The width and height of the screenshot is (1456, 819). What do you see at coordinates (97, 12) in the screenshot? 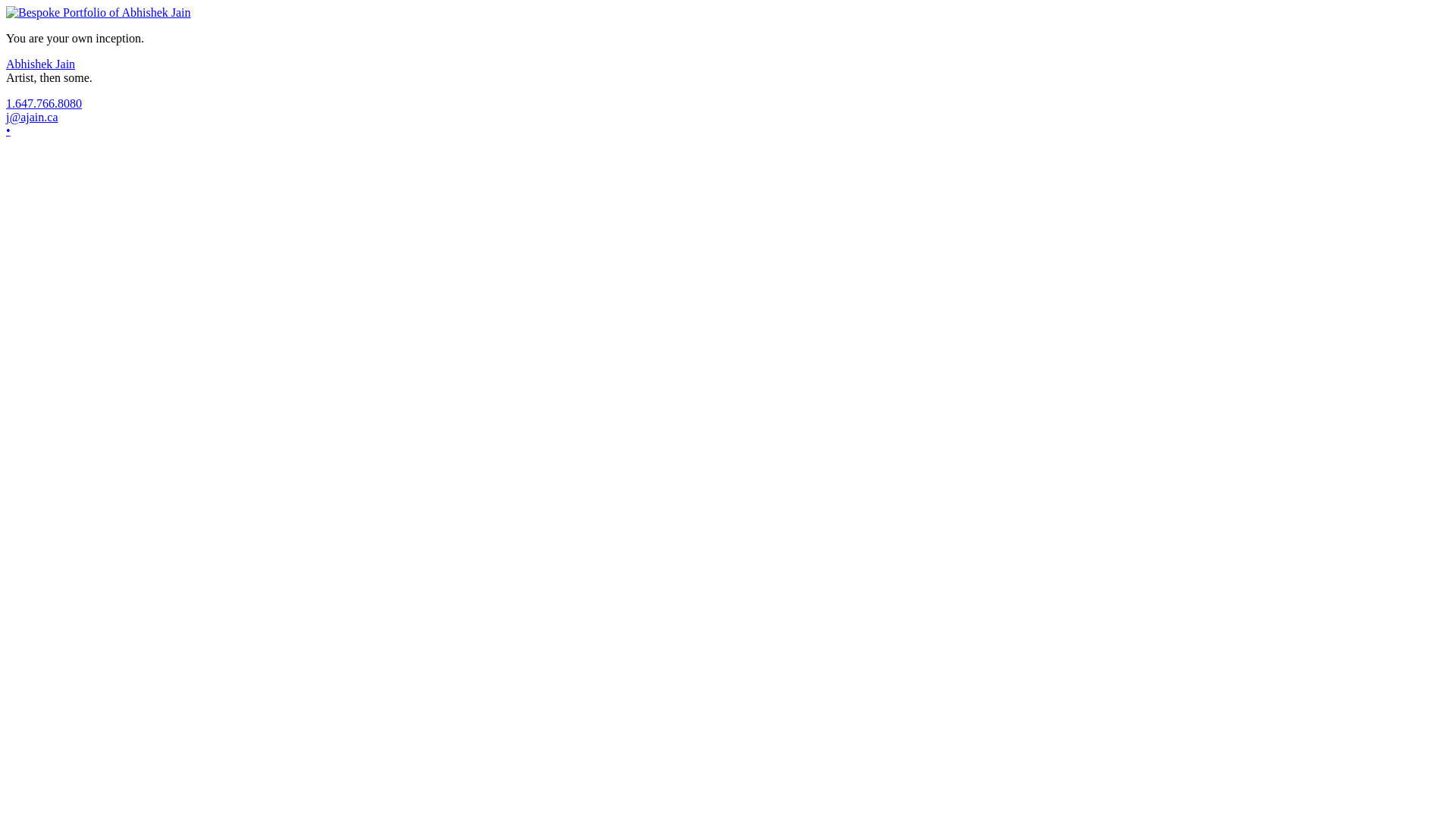
I see `'The Portfolio'` at bounding box center [97, 12].